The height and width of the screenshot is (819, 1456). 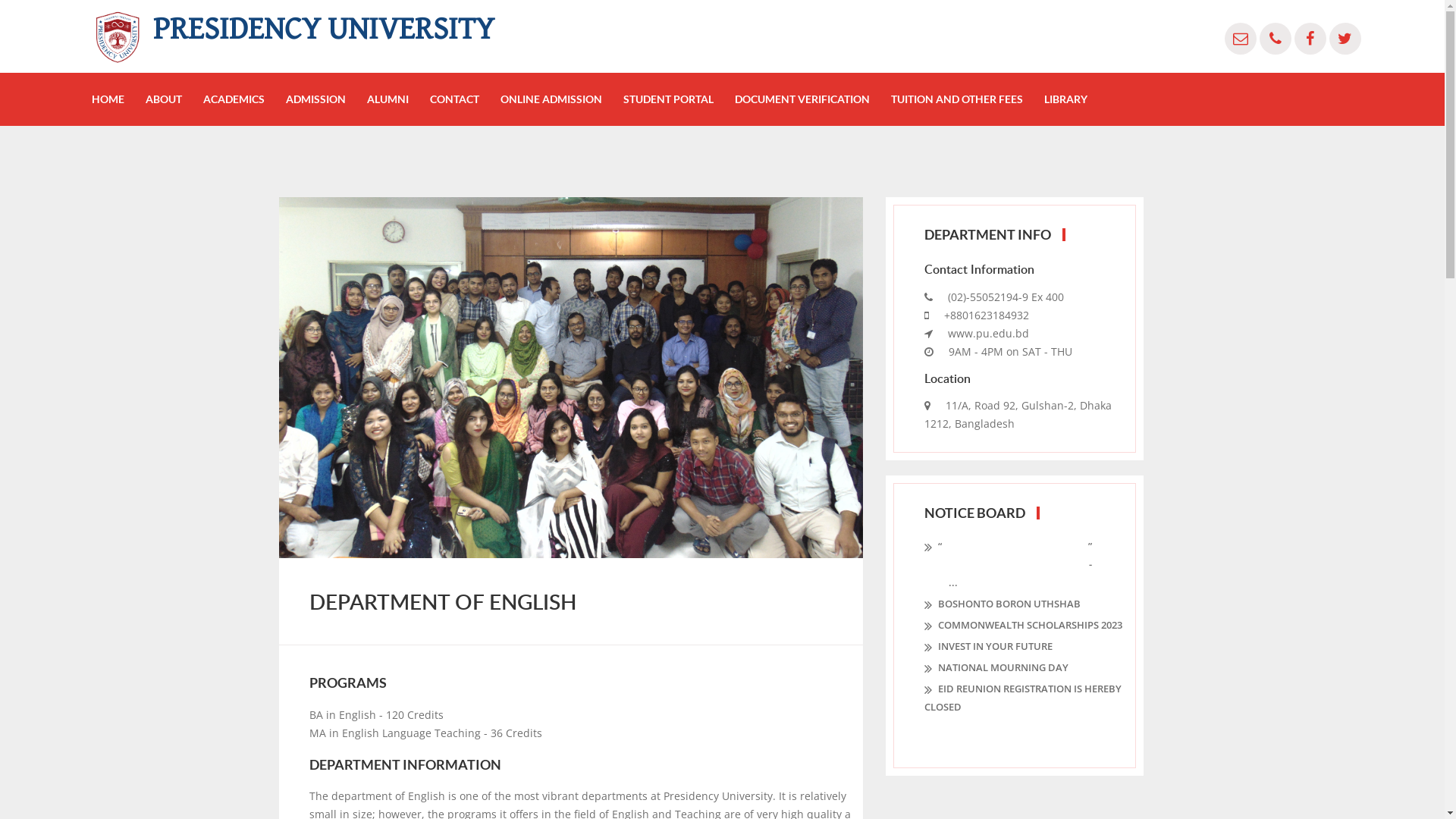 I want to click on 'HOME', so click(x=90, y=99).